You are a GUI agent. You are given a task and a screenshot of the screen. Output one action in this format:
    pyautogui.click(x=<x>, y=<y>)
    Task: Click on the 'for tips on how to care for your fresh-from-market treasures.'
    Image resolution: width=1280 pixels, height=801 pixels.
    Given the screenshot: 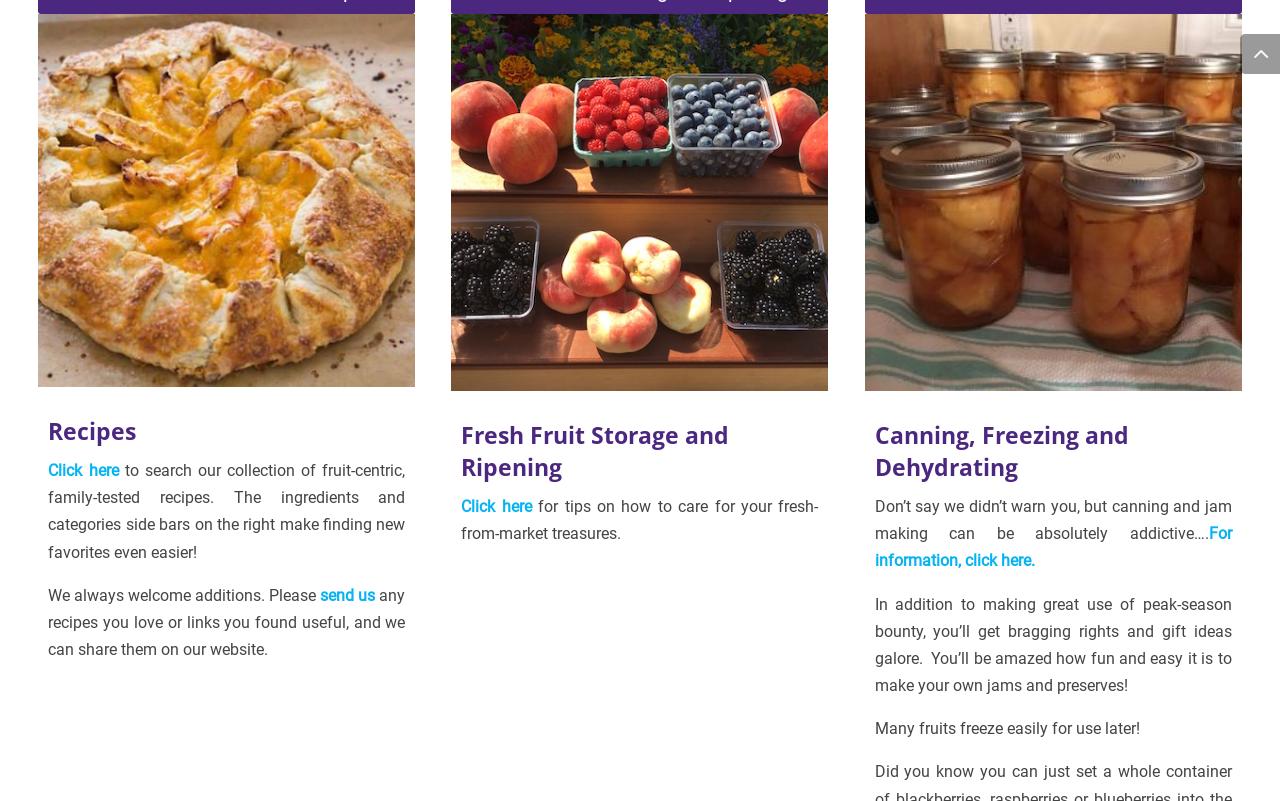 What is the action you would take?
    pyautogui.click(x=638, y=519)
    